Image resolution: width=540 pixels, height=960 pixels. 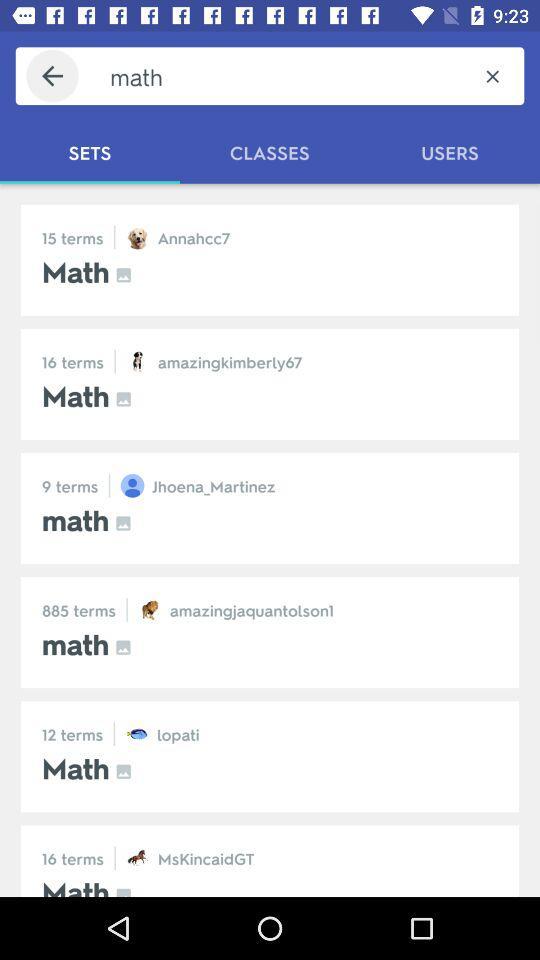 I want to click on the icon which is before the lopati, so click(x=136, y=733).